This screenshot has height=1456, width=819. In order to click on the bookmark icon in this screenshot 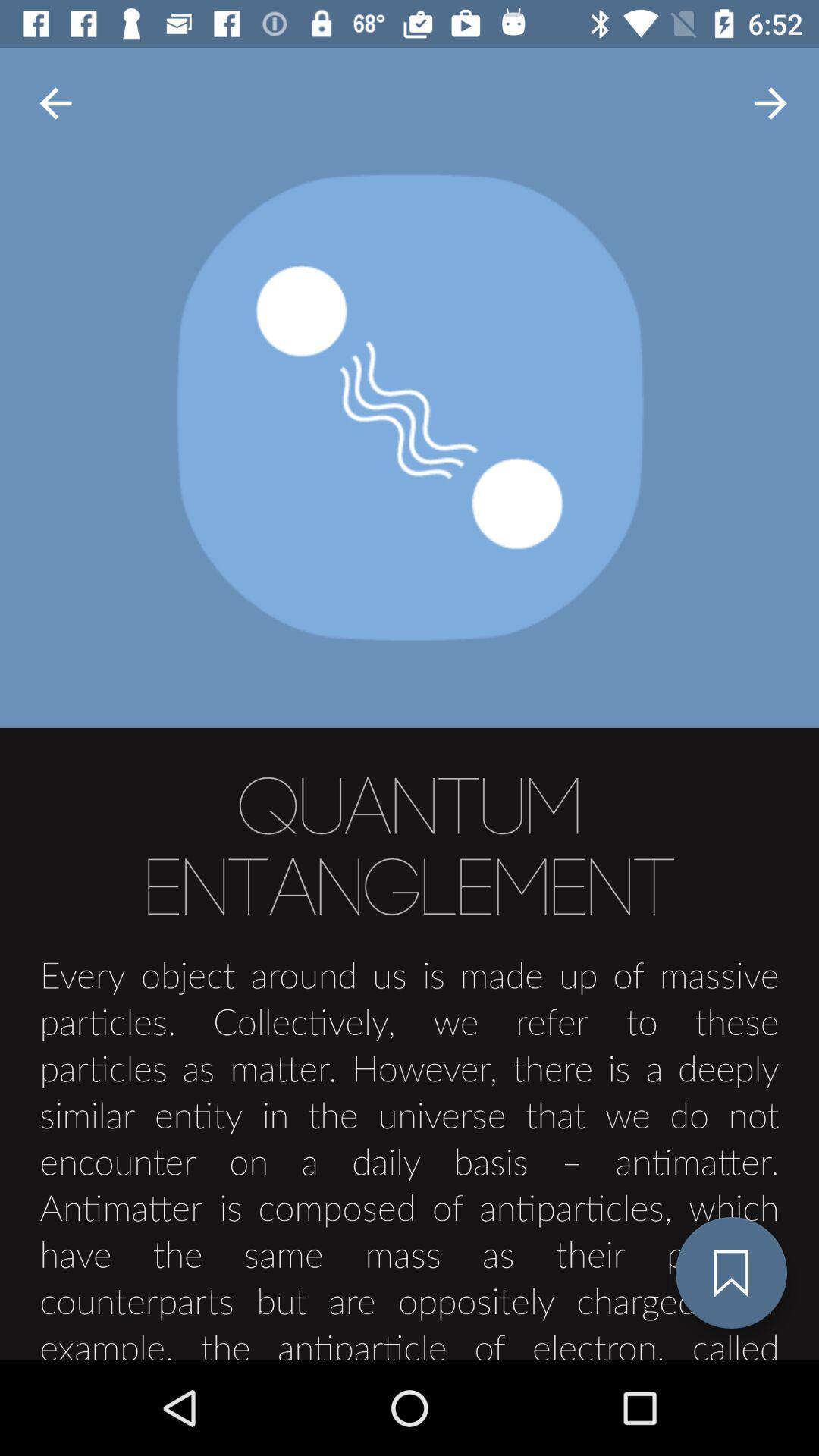, I will do `click(730, 1272)`.